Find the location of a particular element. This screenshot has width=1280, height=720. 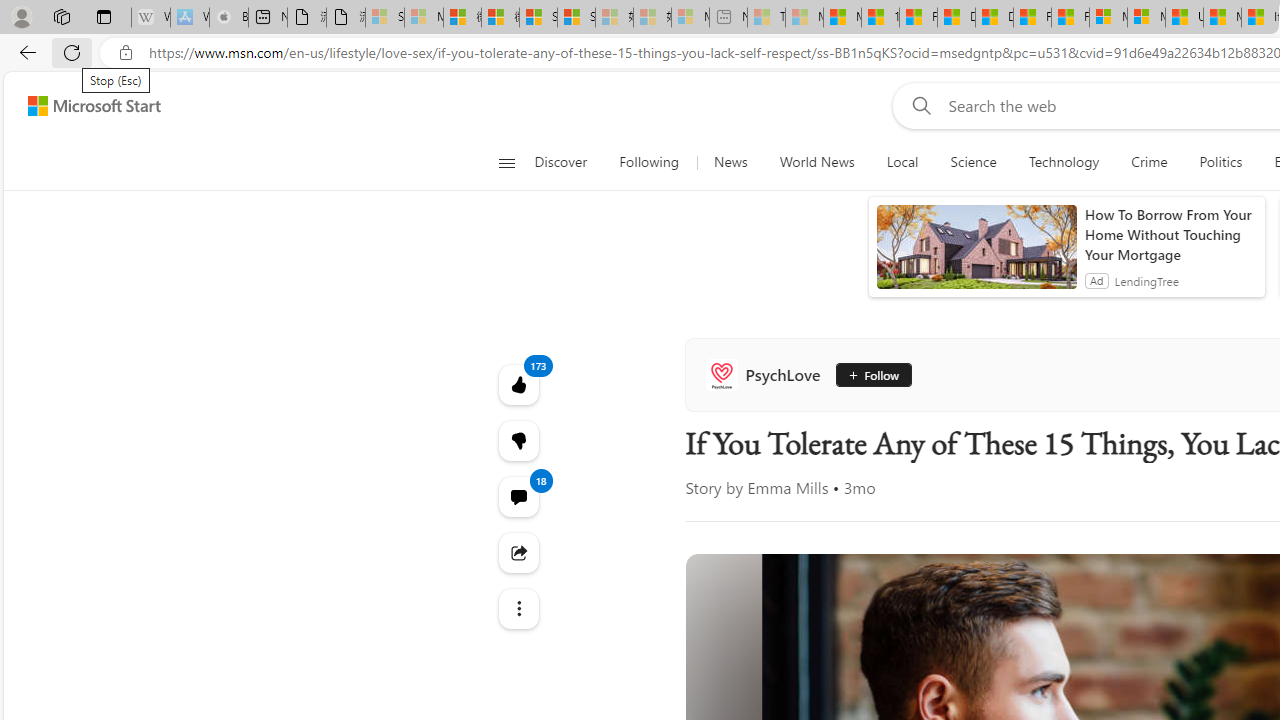

'Marine life - MSN - Sleeping' is located at coordinates (804, 17).